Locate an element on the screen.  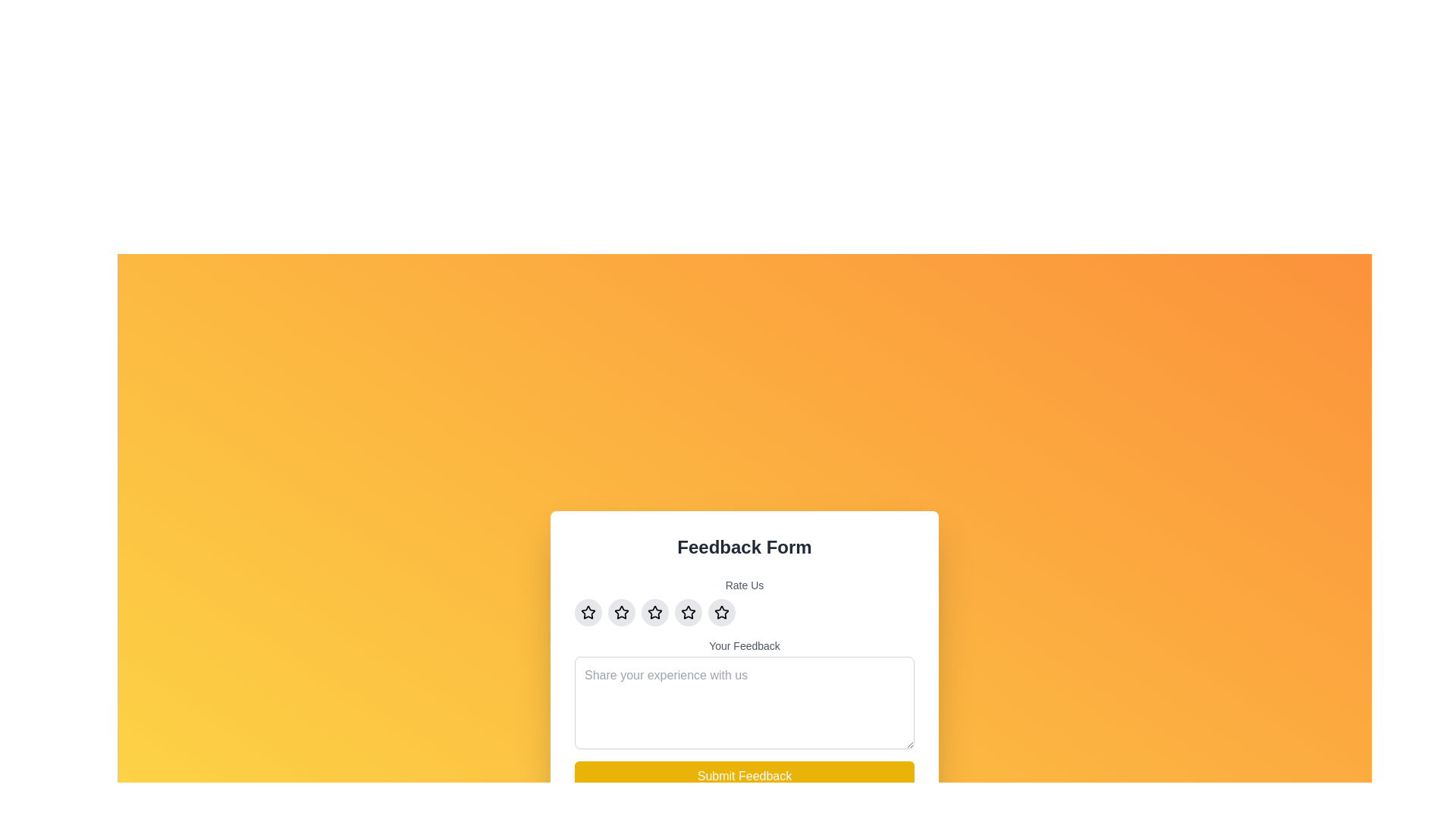
the Rating Component element containing five rounded buttons with star icons, located below the 'Rate Us' label for keyboard interaction is located at coordinates (745, 611).